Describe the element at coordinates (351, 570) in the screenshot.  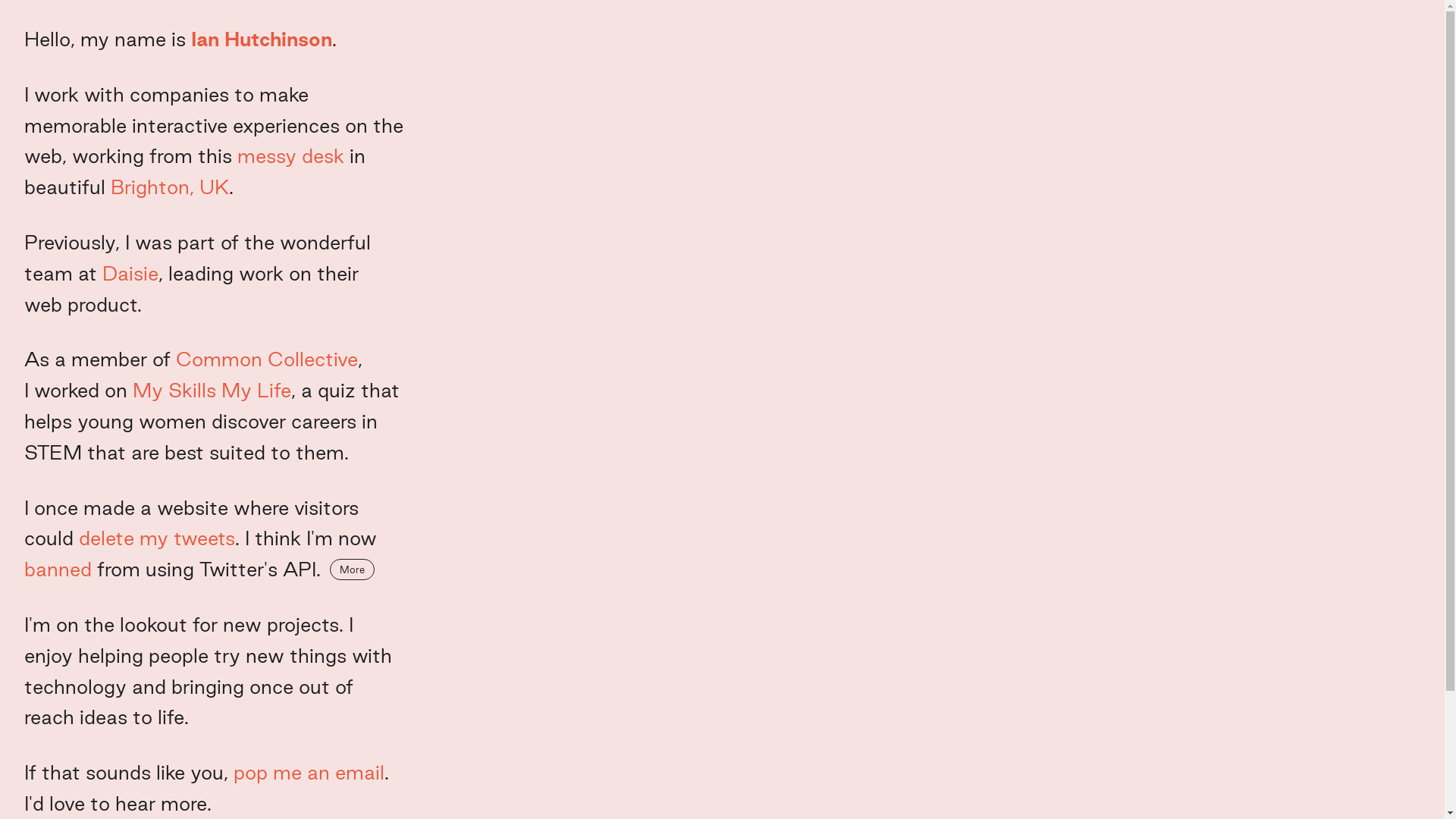
I see `'More'` at that location.